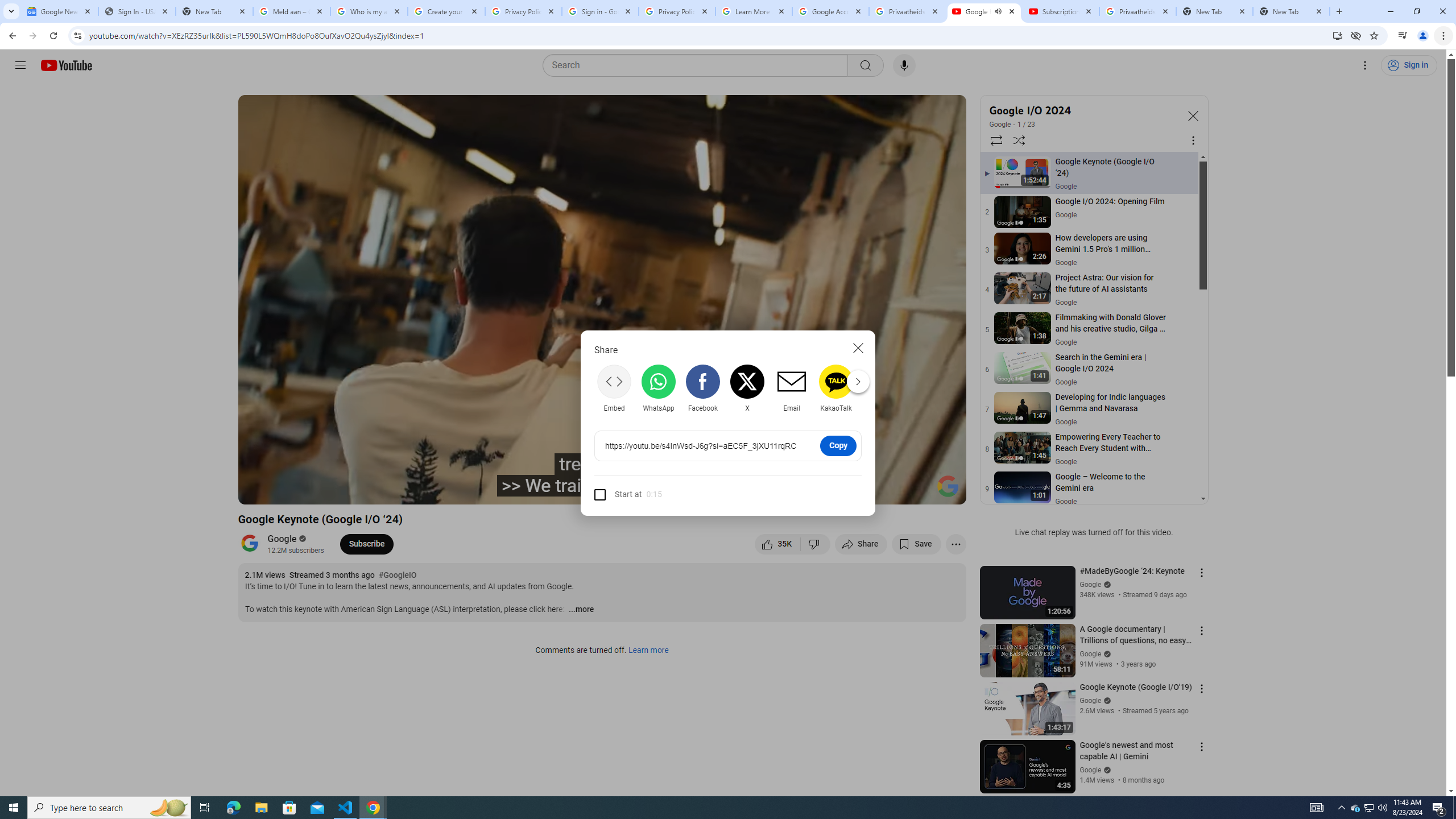 The width and height of the screenshot is (1456, 819). Describe the element at coordinates (918, 490) in the screenshot. I see `'Theater mode (t)'` at that location.